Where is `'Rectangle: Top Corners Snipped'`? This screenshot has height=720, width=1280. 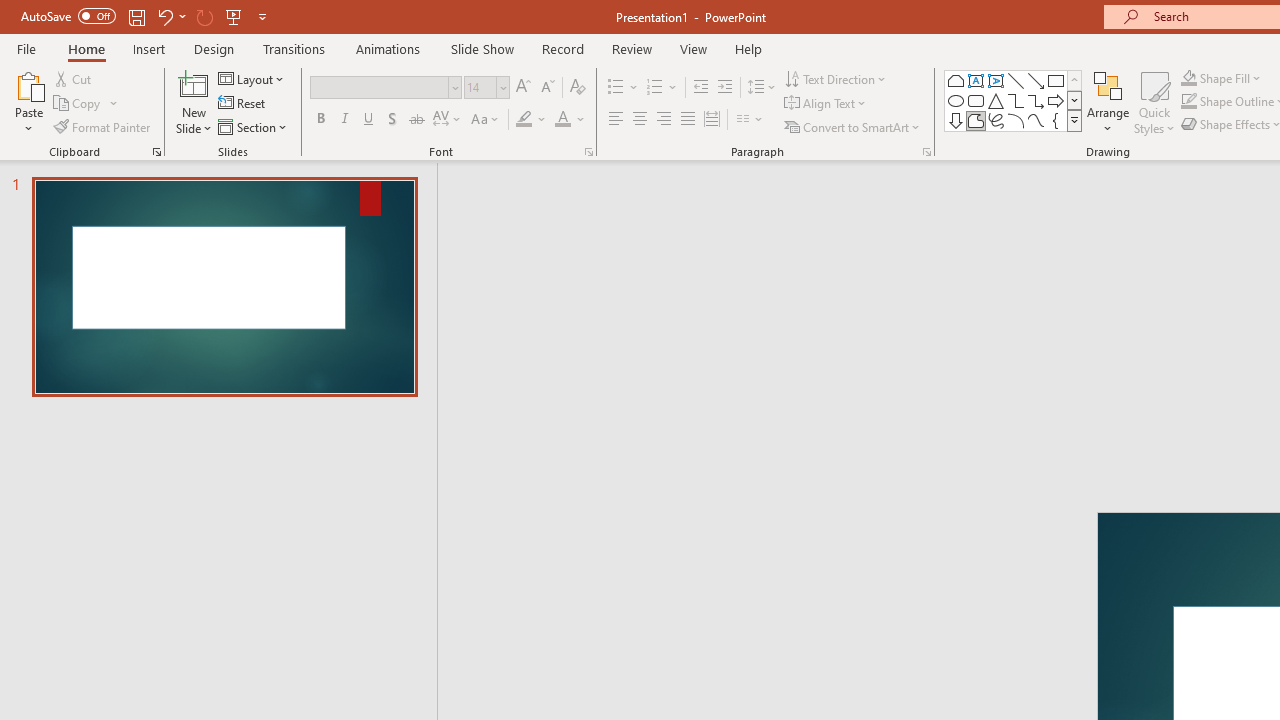 'Rectangle: Top Corners Snipped' is located at coordinates (955, 80).